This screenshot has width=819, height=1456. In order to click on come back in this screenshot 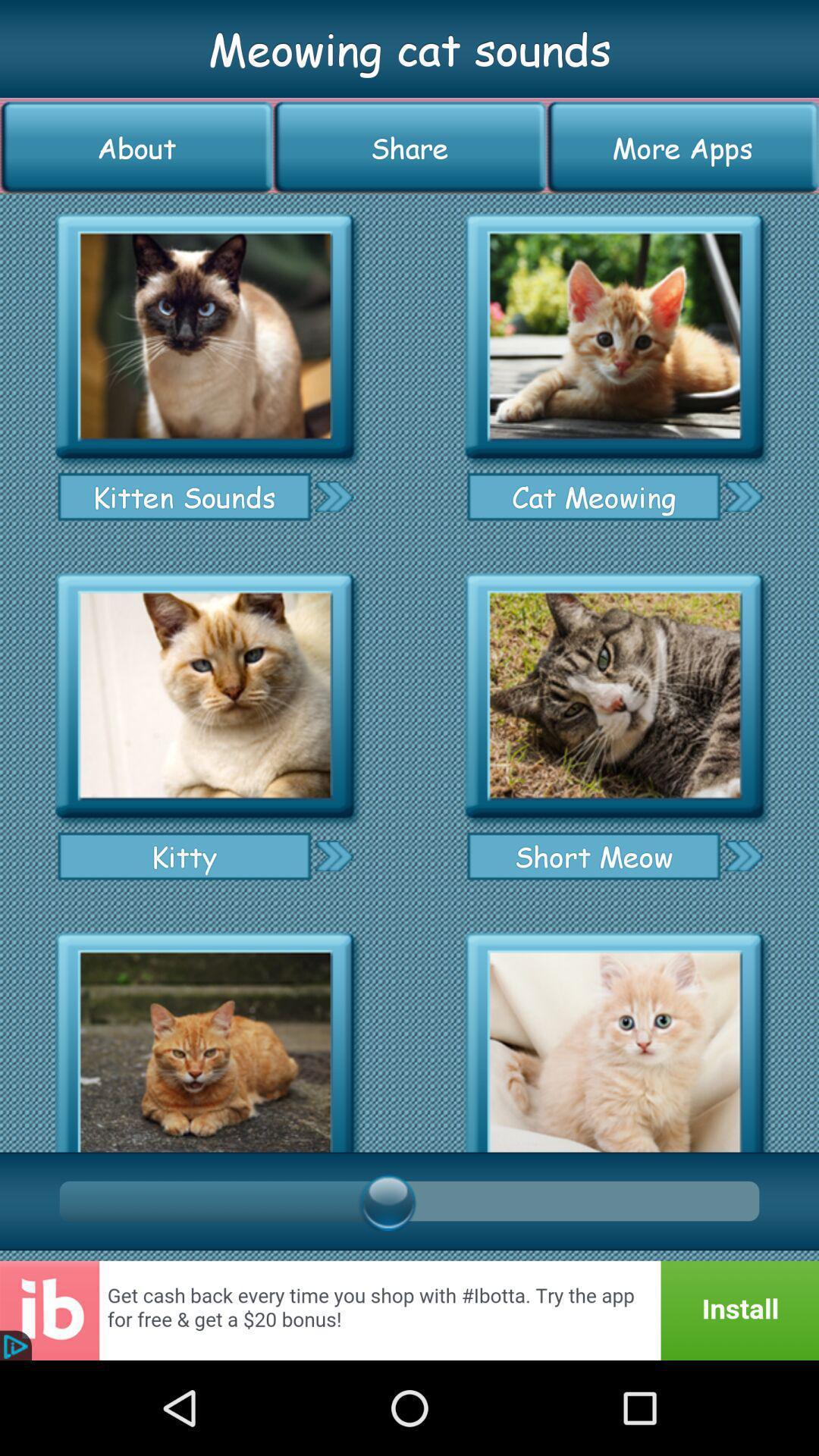, I will do `click(409, 1310)`.